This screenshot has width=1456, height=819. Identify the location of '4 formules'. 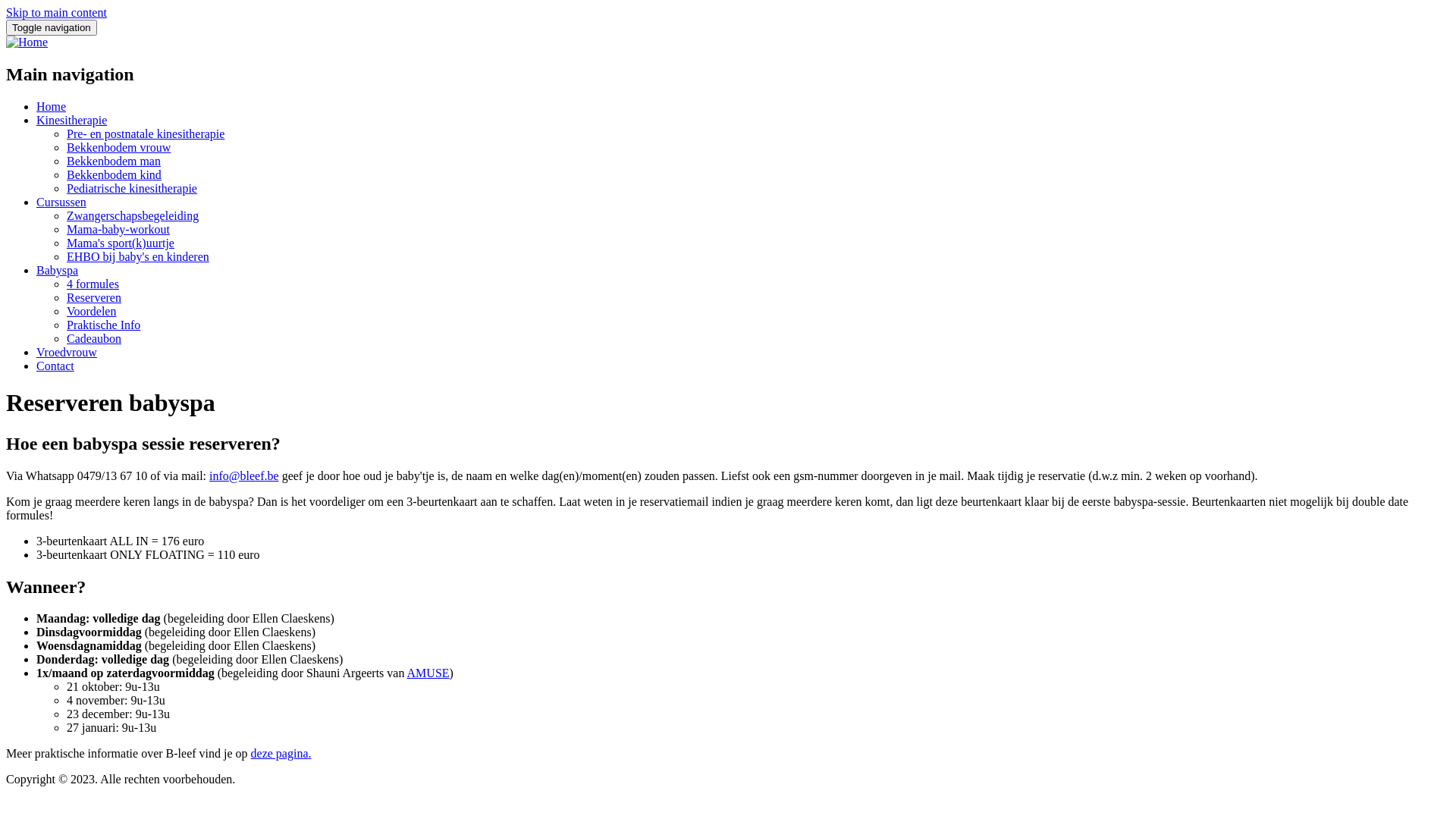
(92, 284).